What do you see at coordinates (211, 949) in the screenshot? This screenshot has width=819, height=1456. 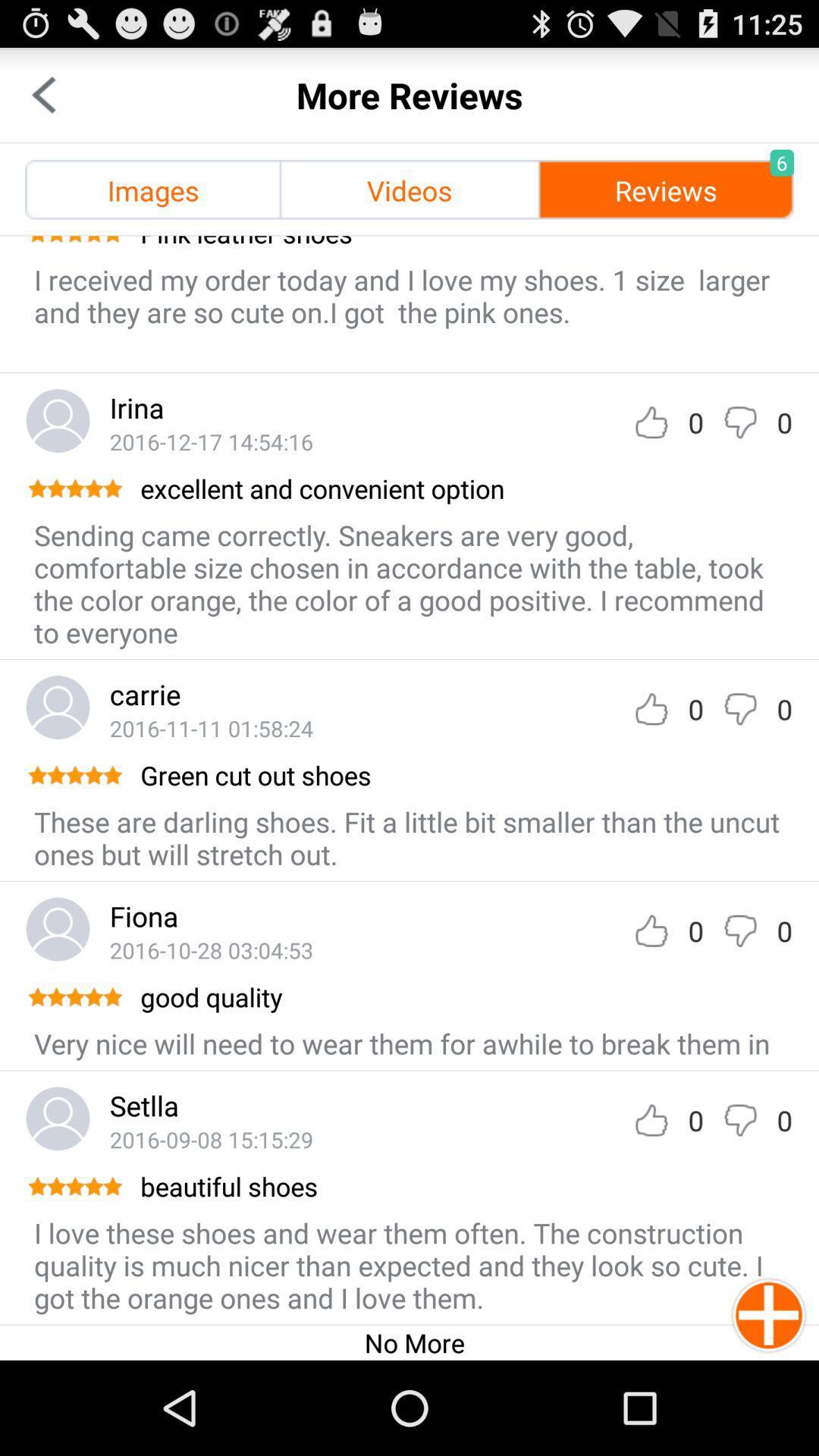 I see `icon above the good quality item` at bounding box center [211, 949].